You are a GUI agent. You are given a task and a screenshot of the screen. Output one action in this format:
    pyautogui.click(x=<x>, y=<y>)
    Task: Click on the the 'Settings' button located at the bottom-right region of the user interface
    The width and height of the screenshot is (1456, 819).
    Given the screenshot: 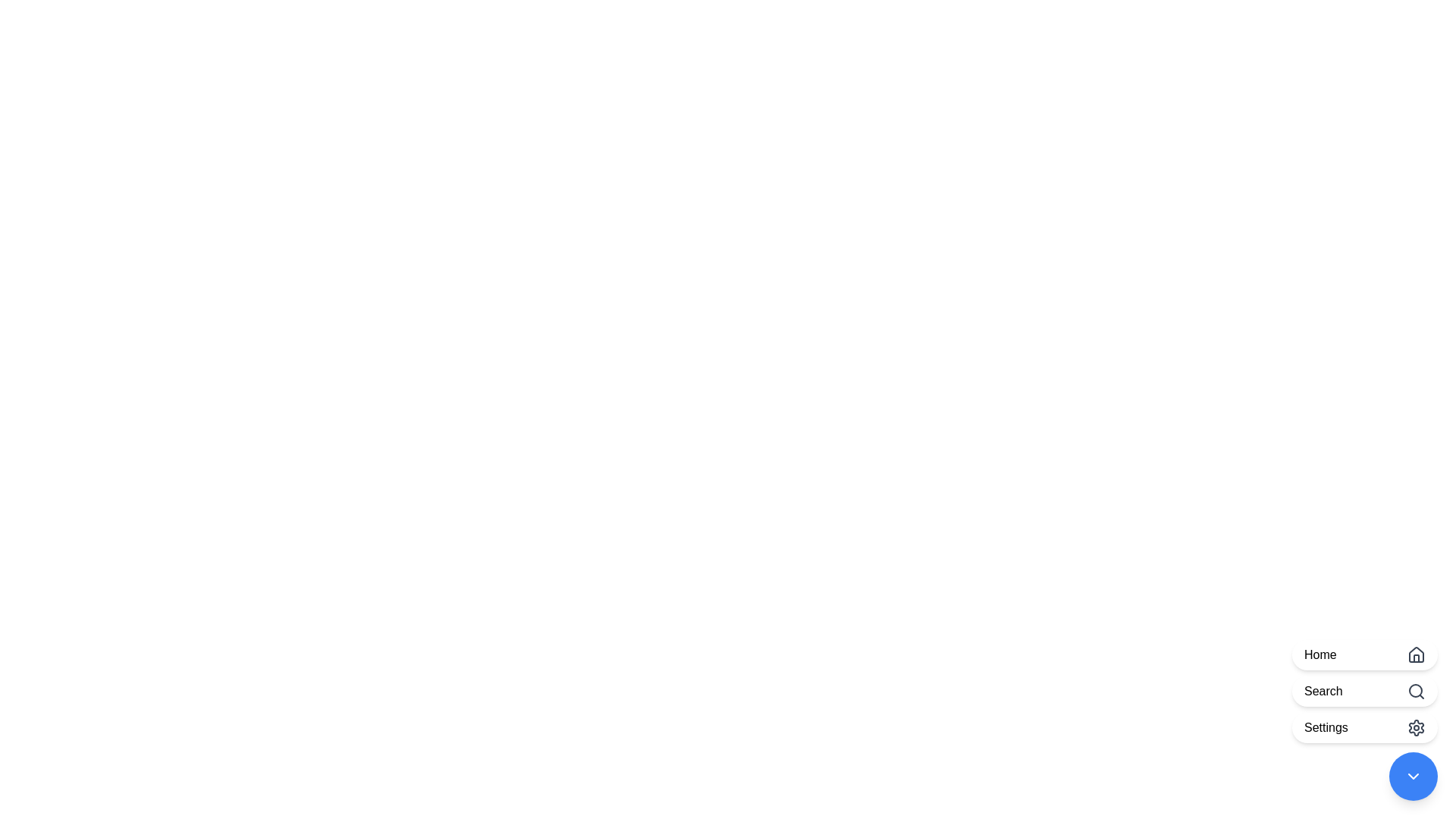 What is the action you would take?
    pyautogui.click(x=1365, y=719)
    